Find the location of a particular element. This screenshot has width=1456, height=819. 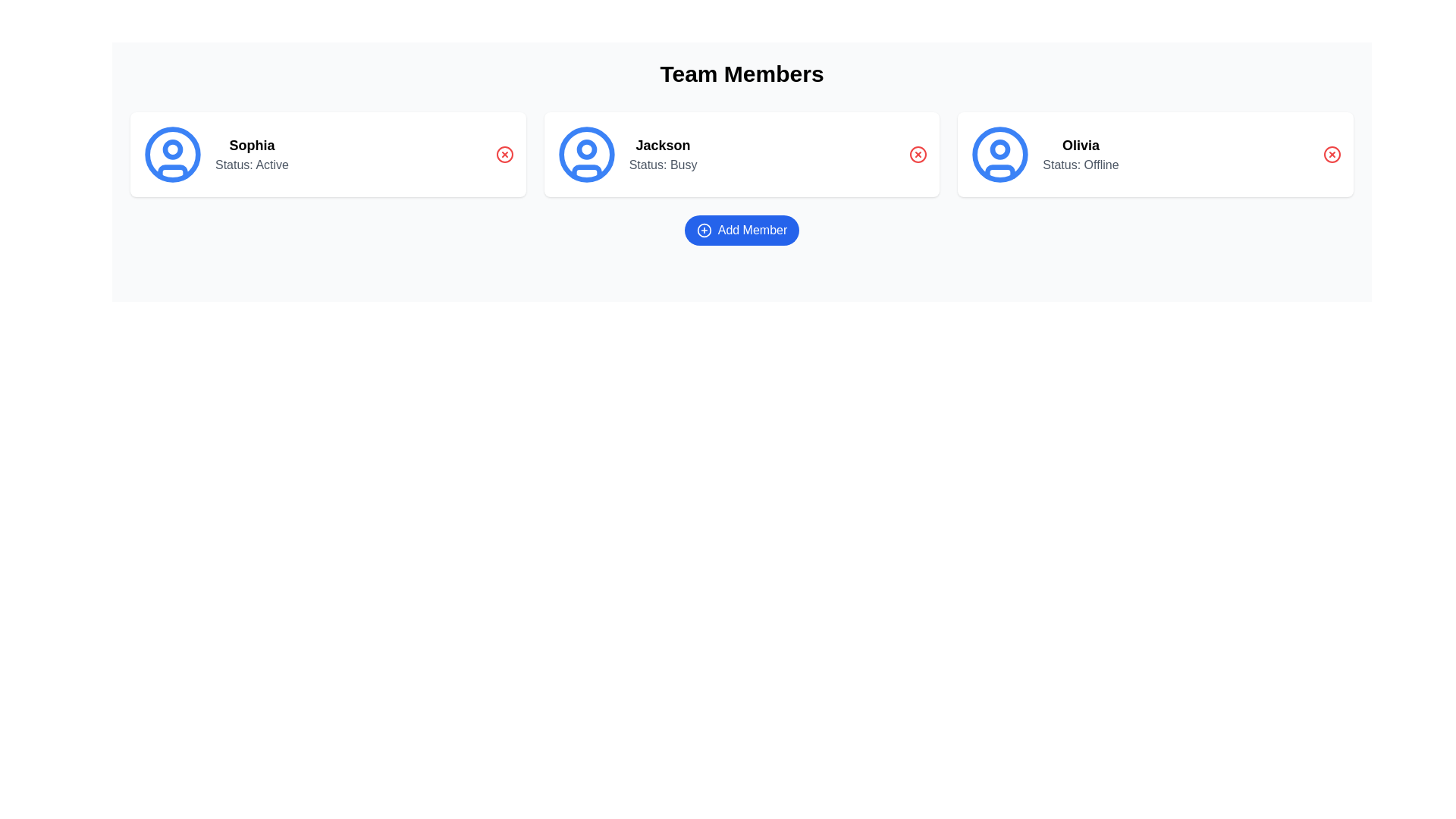

the circular graphic element that is part of the 'Add Member' button located in the lower section of the interface is located at coordinates (703, 231).